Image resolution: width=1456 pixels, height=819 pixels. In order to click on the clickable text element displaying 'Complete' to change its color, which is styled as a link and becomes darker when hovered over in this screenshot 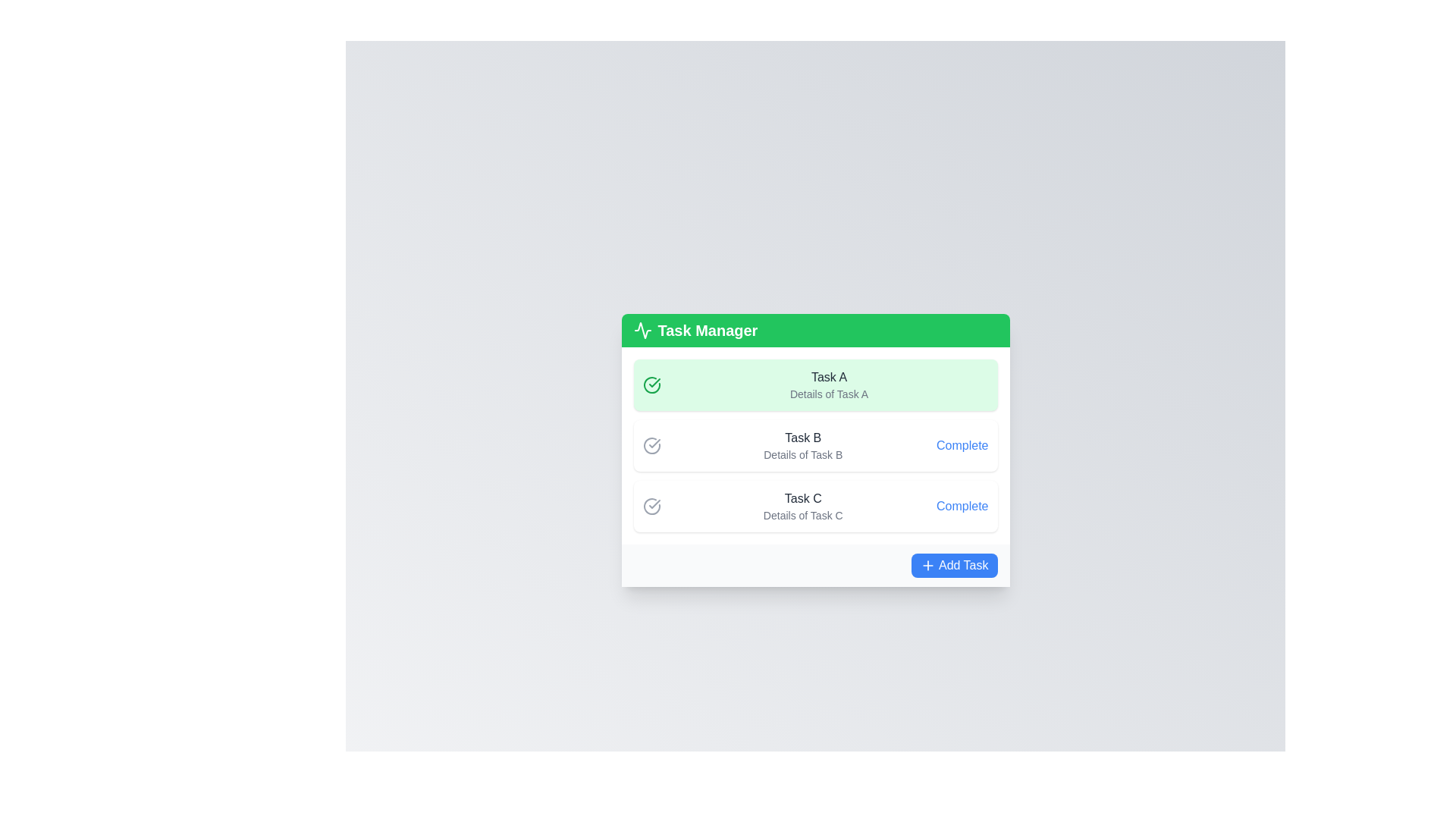, I will do `click(962, 444)`.